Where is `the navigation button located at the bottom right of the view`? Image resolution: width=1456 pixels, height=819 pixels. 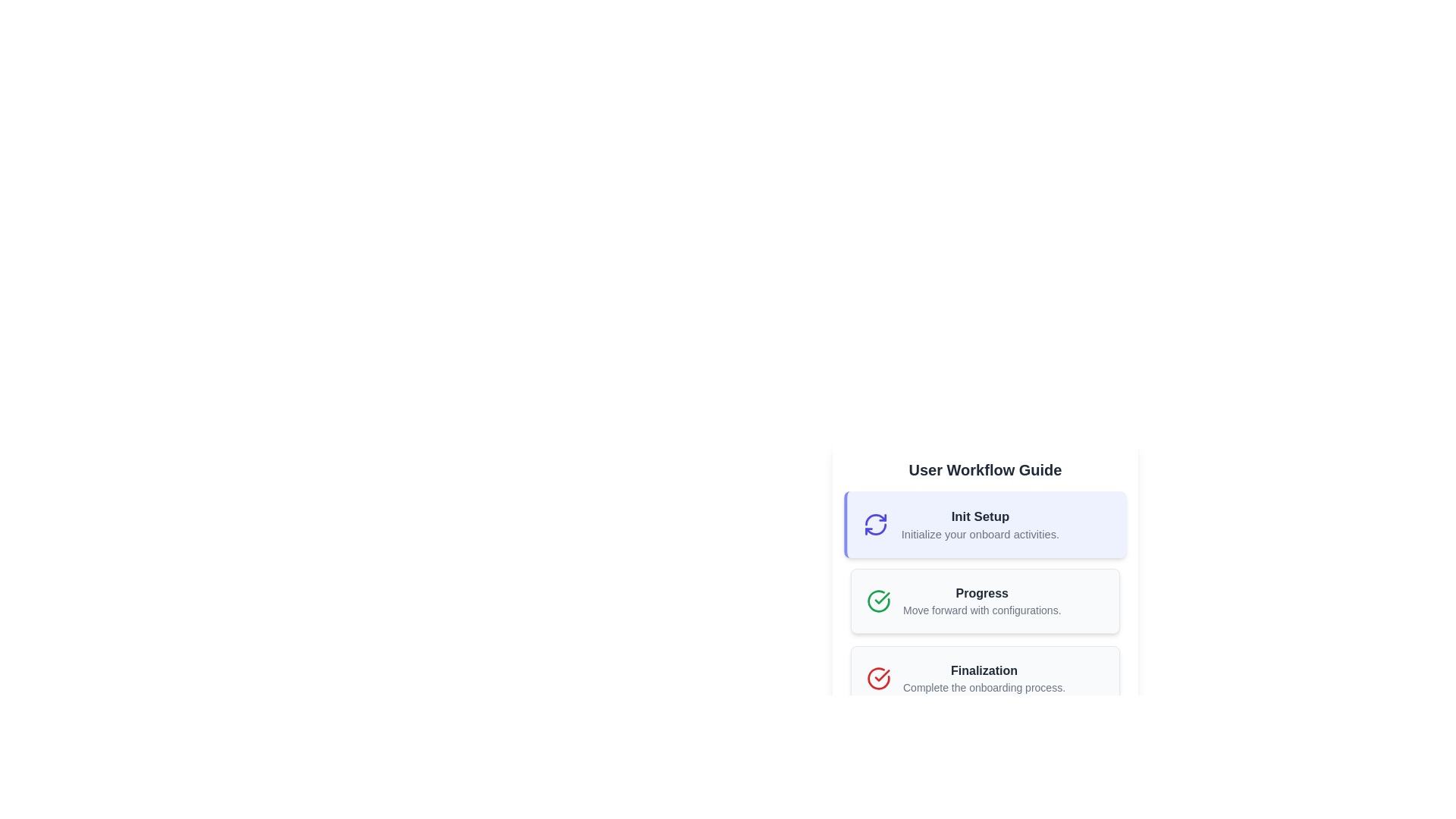 the navigation button located at the bottom right of the view is located at coordinates (1082, 751).